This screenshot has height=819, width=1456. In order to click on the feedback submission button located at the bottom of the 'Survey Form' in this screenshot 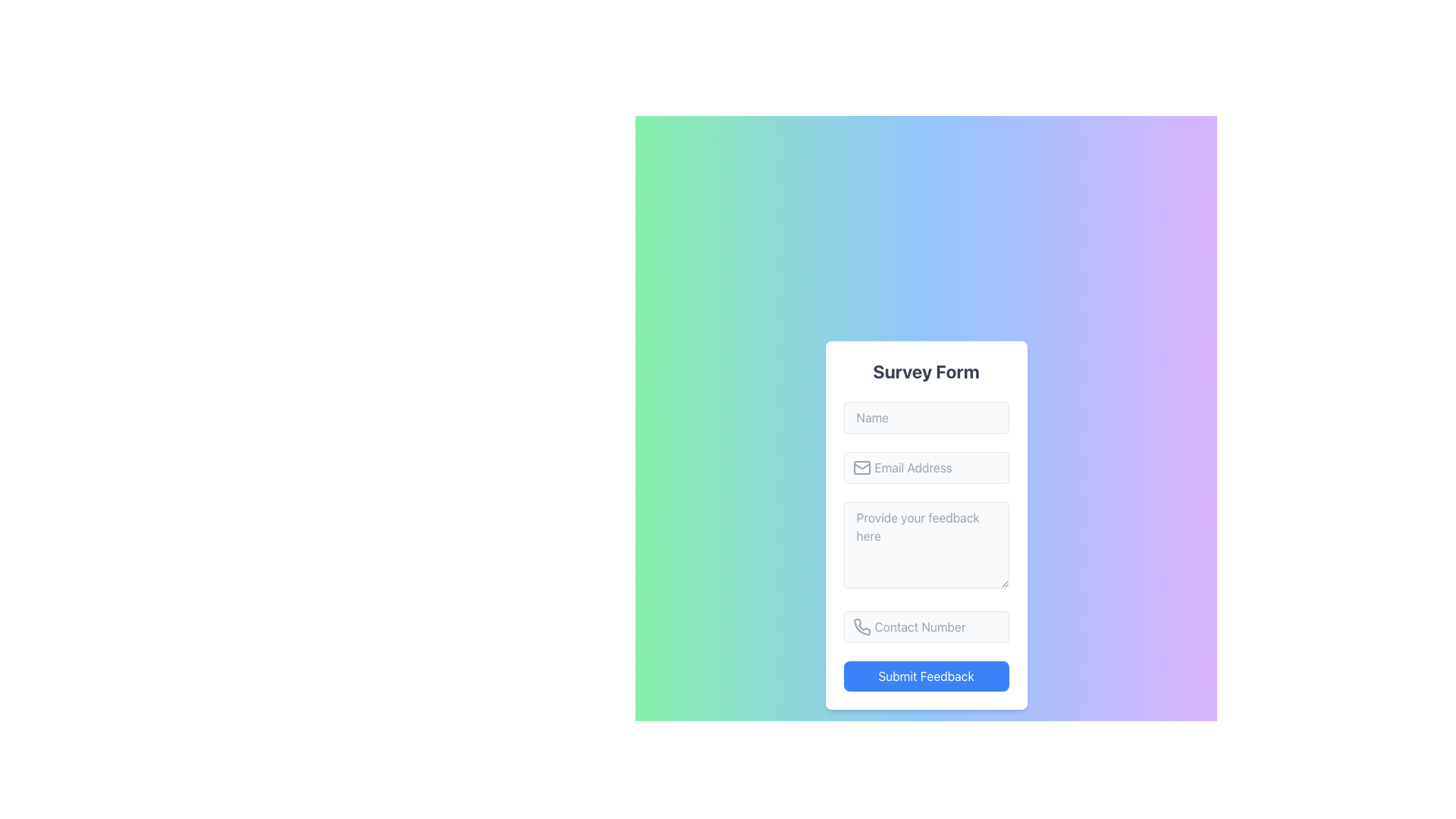, I will do `click(925, 675)`.